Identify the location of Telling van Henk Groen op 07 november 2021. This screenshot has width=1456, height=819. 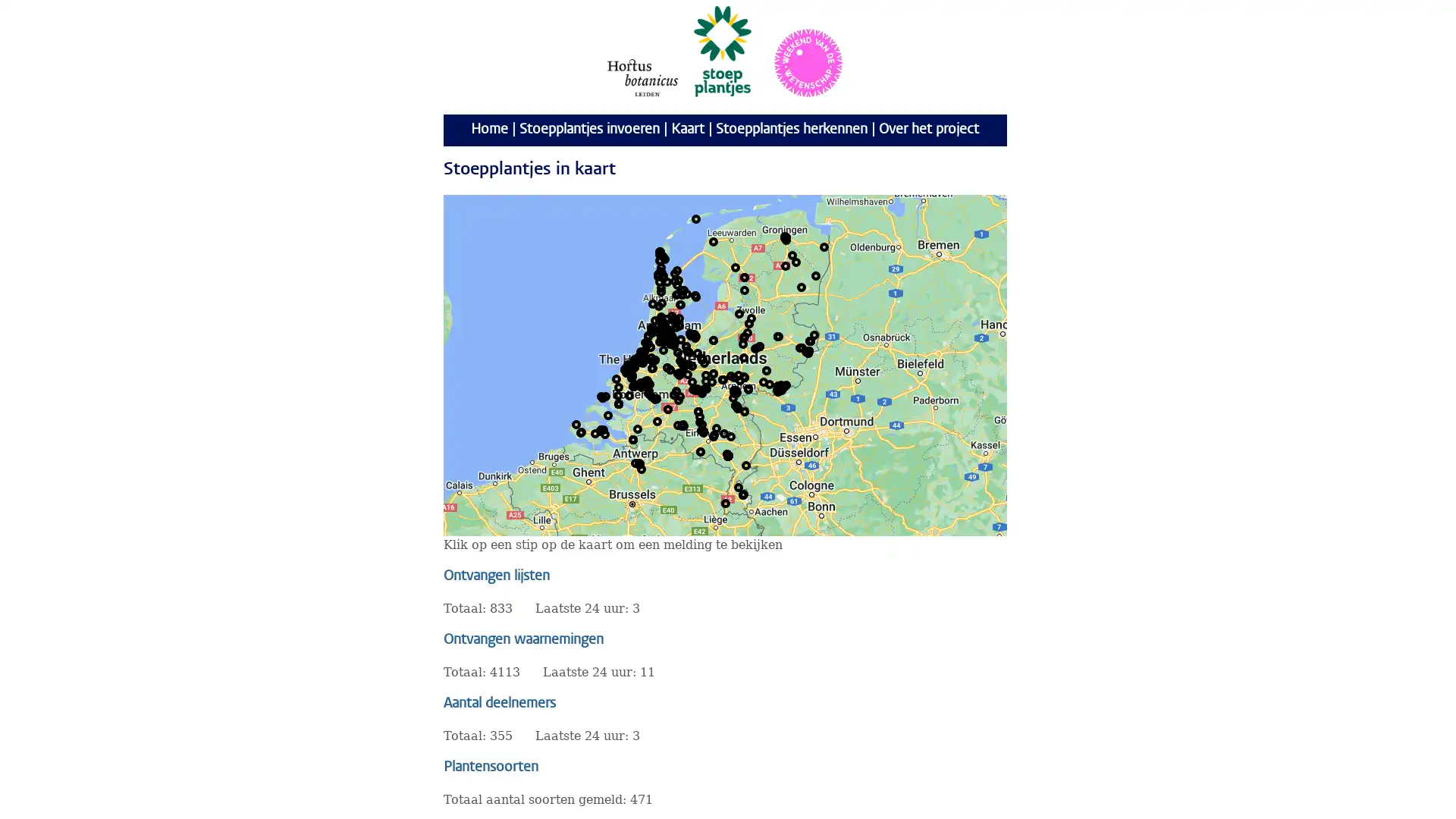
(755, 348).